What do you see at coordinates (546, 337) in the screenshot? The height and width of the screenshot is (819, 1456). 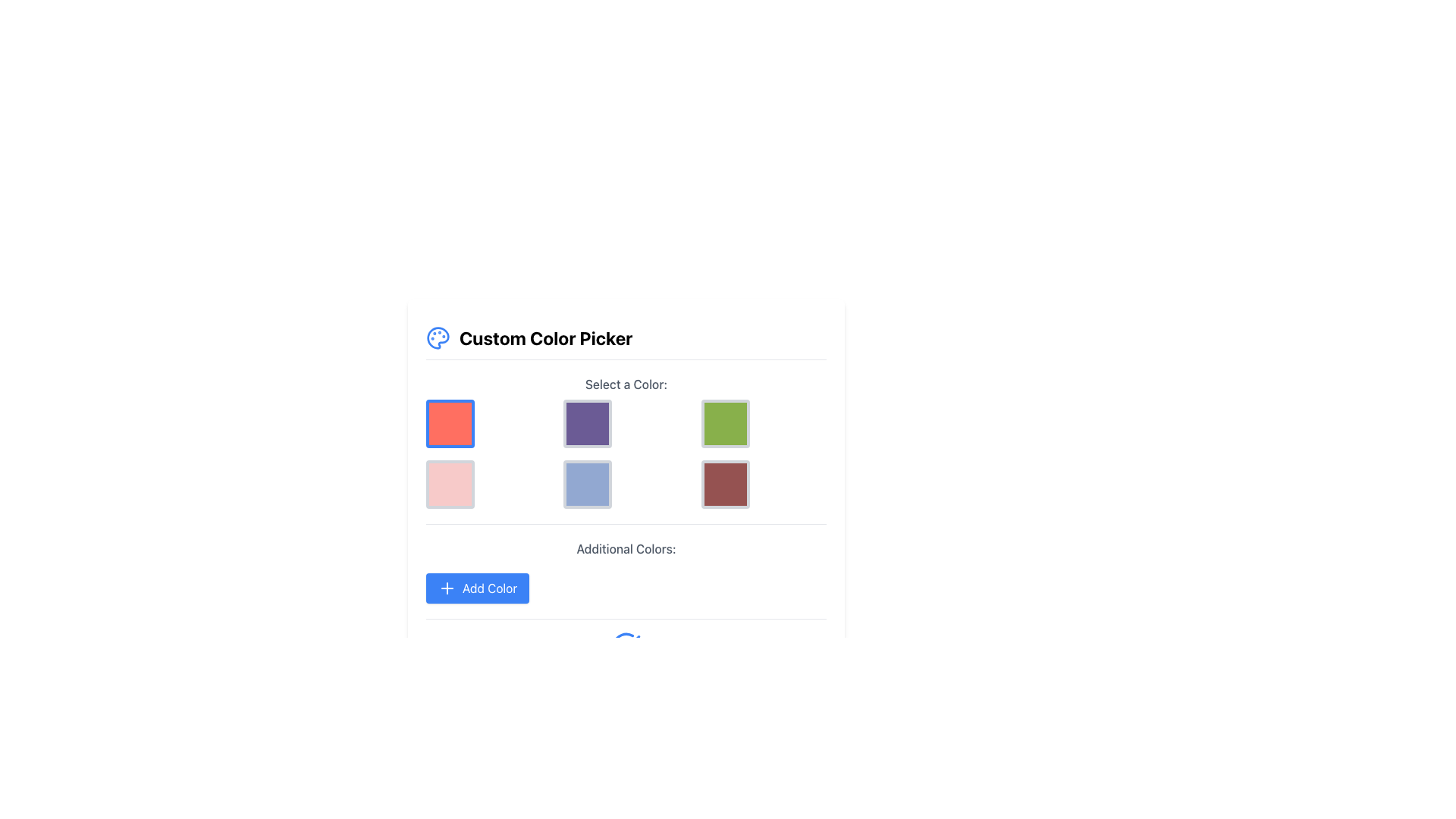 I see `the Text Label that serves as a header for the 'Custom Color Picker' feature, located to the right of a small palette icon` at bounding box center [546, 337].